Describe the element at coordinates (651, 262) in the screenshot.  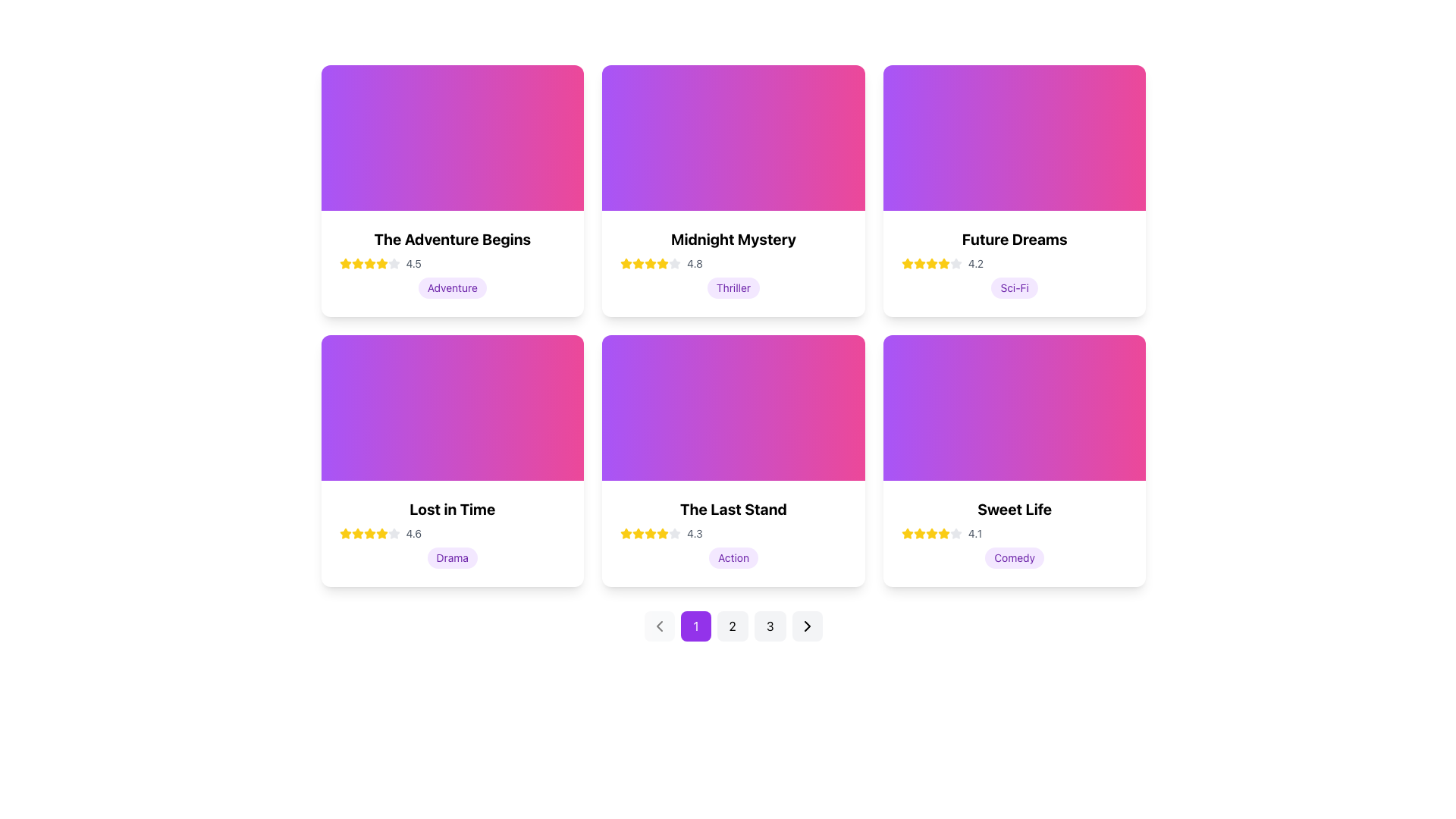
I see `the third yellow star icon in the second row of the rating system for the movie 'Midnight Mystery'` at that location.